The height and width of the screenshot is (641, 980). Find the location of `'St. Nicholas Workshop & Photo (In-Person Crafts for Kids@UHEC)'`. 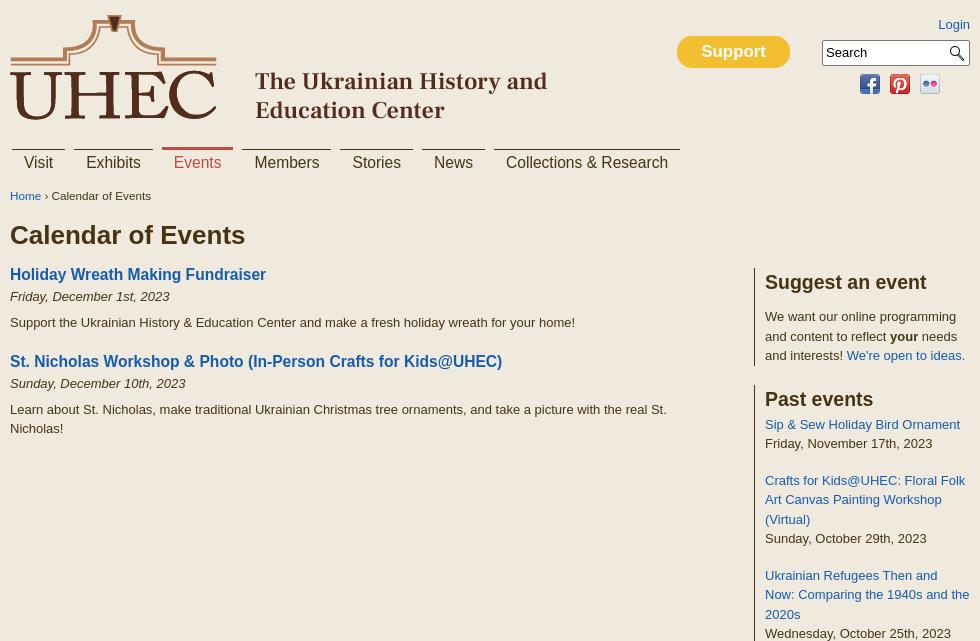

'St. Nicholas Workshop & Photo (In-Person Crafts for Kids@UHEC)' is located at coordinates (255, 359).